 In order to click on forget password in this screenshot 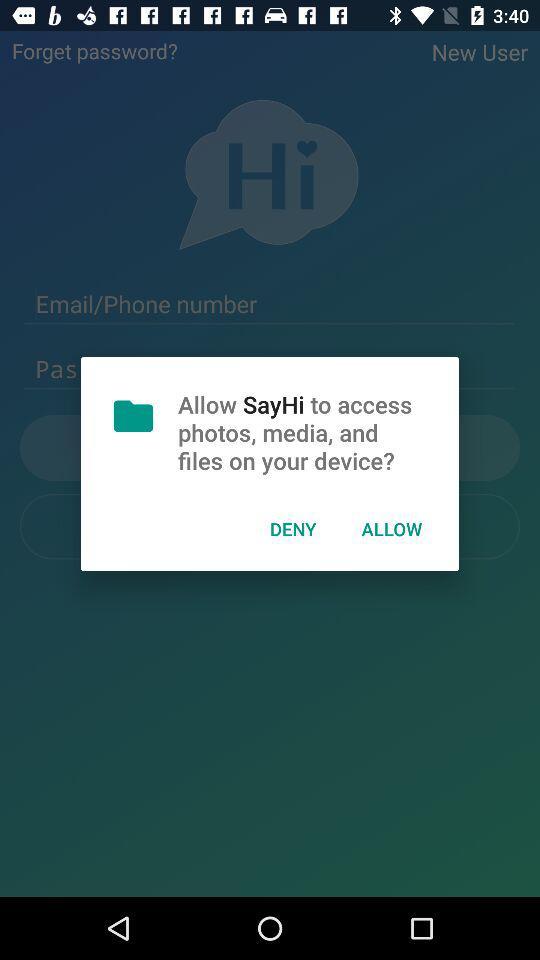, I will do `click(93, 49)`.